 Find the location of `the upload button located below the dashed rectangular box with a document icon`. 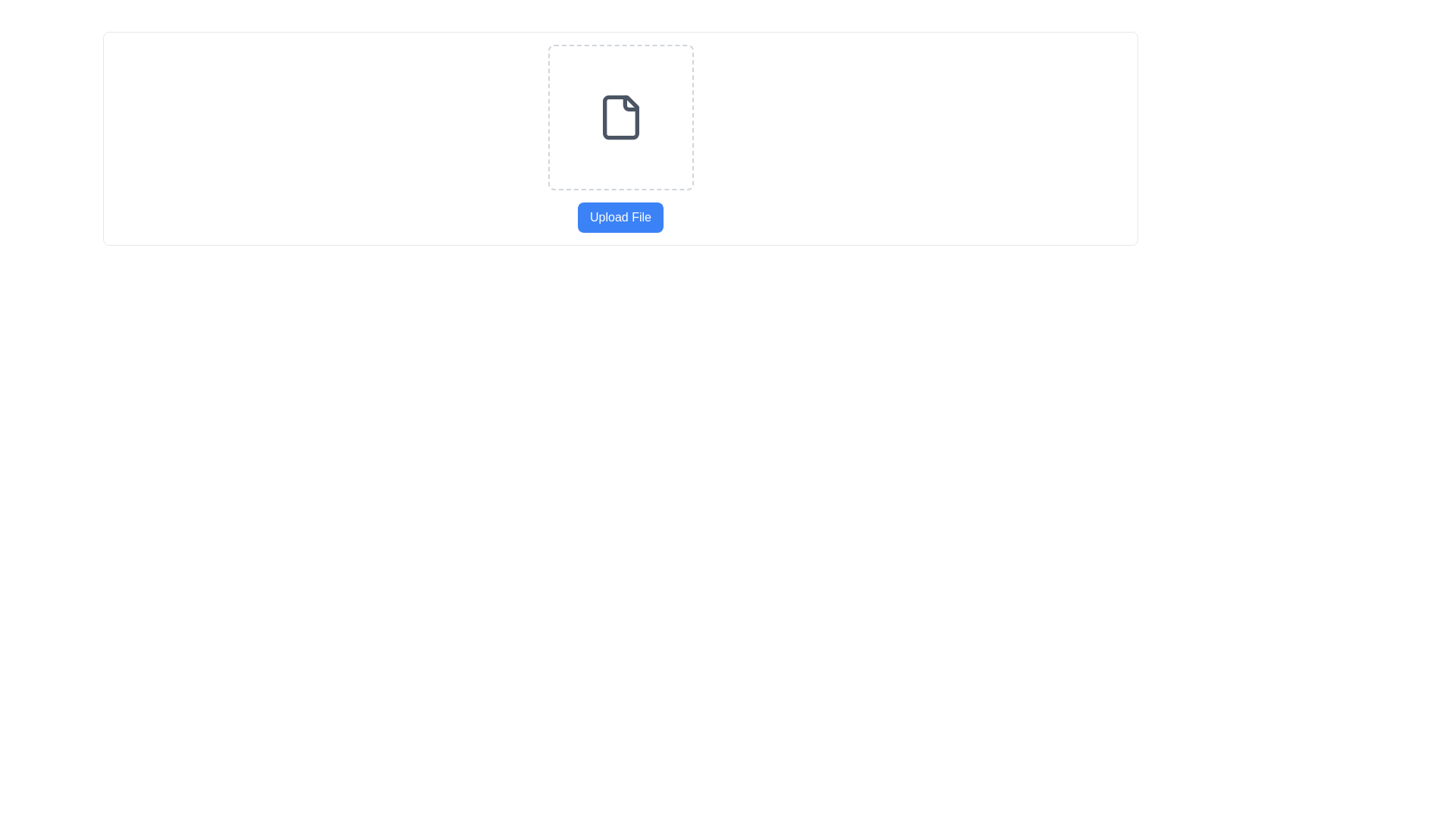

the upload button located below the dashed rectangular box with a document icon is located at coordinates (620, 217).